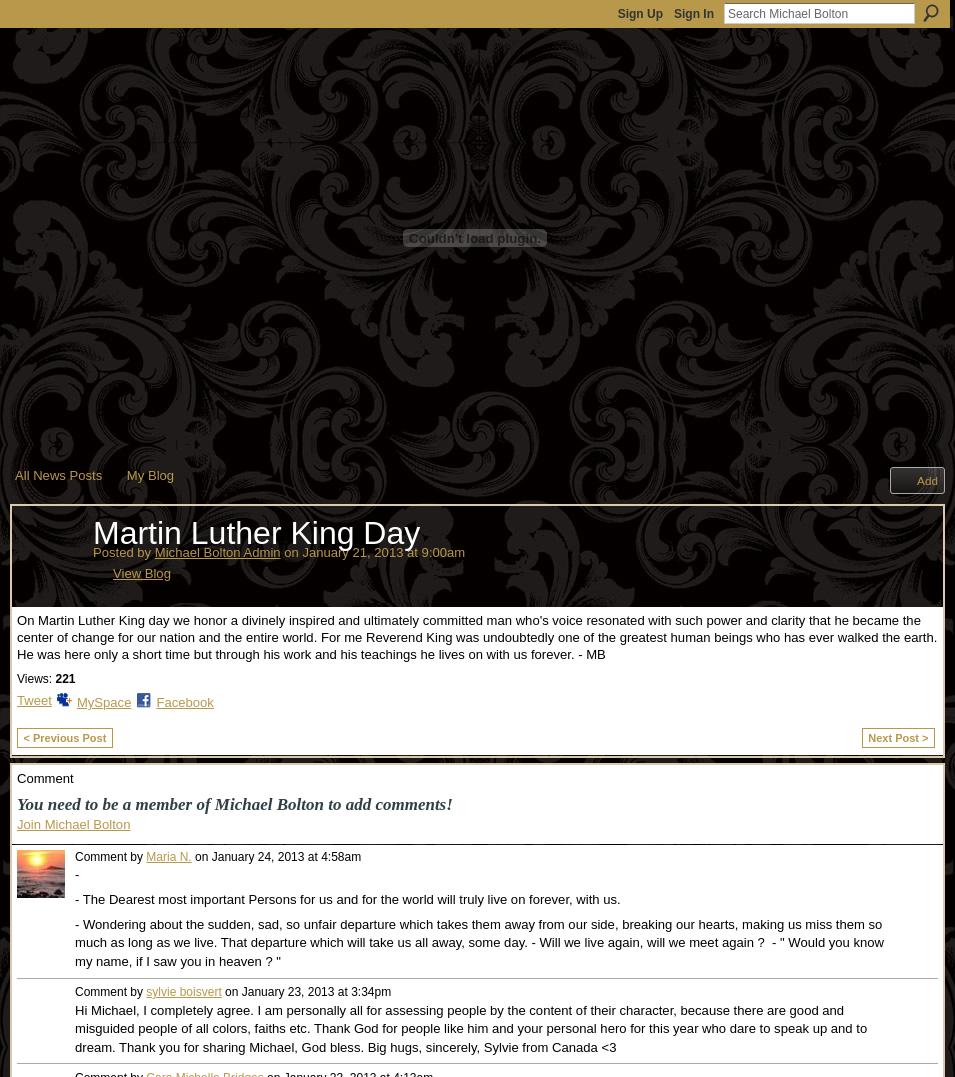 Image resolution: width=955 pixels, height=1077 pixels. I want to click on '- The Dearest most important Persons for us and for the world will truly live on forever, with us.', so click(346, 899).